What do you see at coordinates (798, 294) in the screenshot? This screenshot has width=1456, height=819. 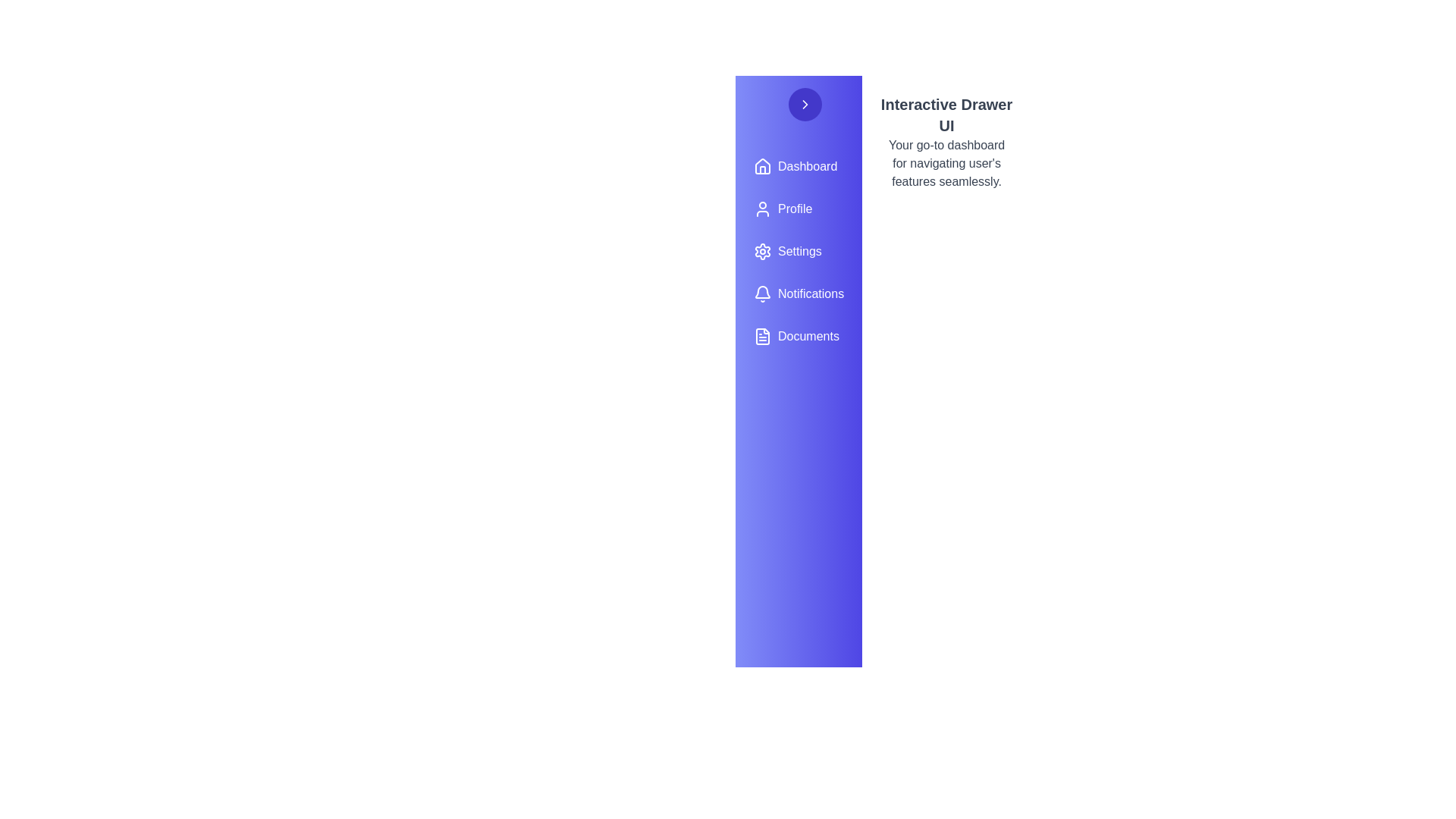 I see `the menu item Notifications` at bounding box center [798, 294].